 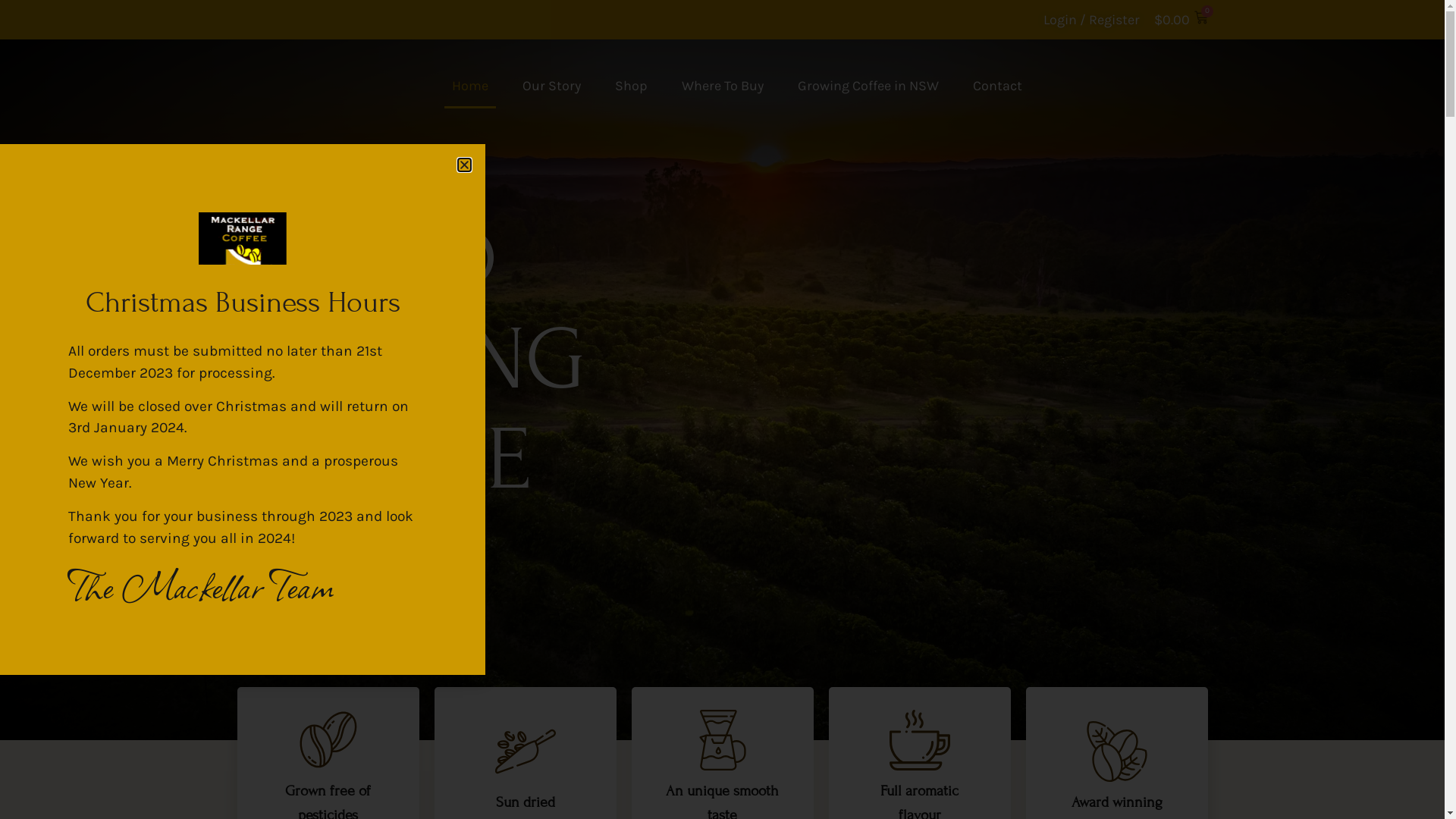 What do you see at coordinates (630, 85) in the screenshot?
I see `'Shop'` at bounding box center [630, 85].